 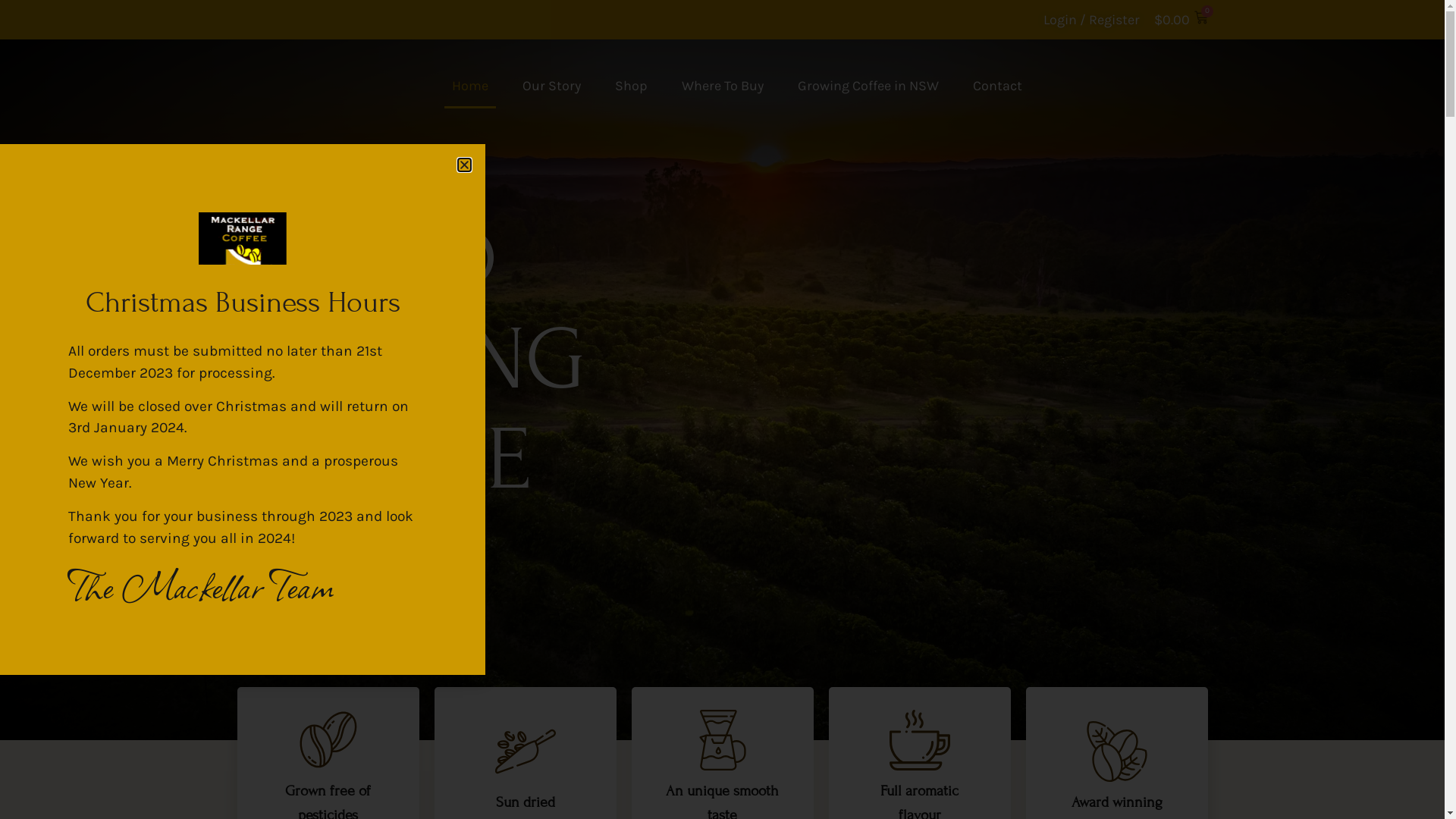 What do you see at coordinates (630, 85) in the screenshot?
I see `'Shop'` at bounding box center [630, 85].